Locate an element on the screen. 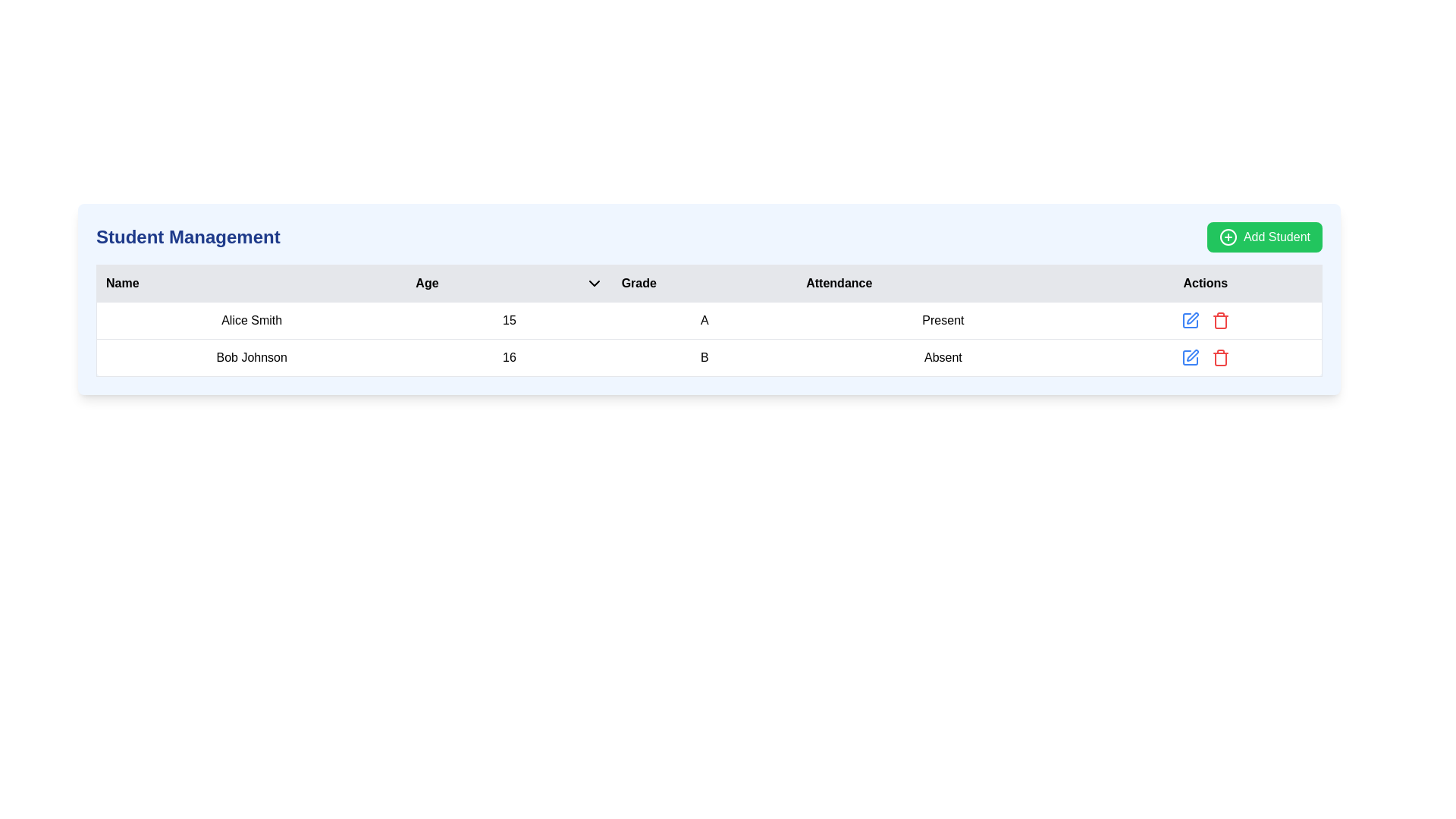 This screenshot has height=819, width=1456. the text display element showing the name 'Alice Smith' in the first row of the table under the 'Name' column is located at coordinates (251, 320).